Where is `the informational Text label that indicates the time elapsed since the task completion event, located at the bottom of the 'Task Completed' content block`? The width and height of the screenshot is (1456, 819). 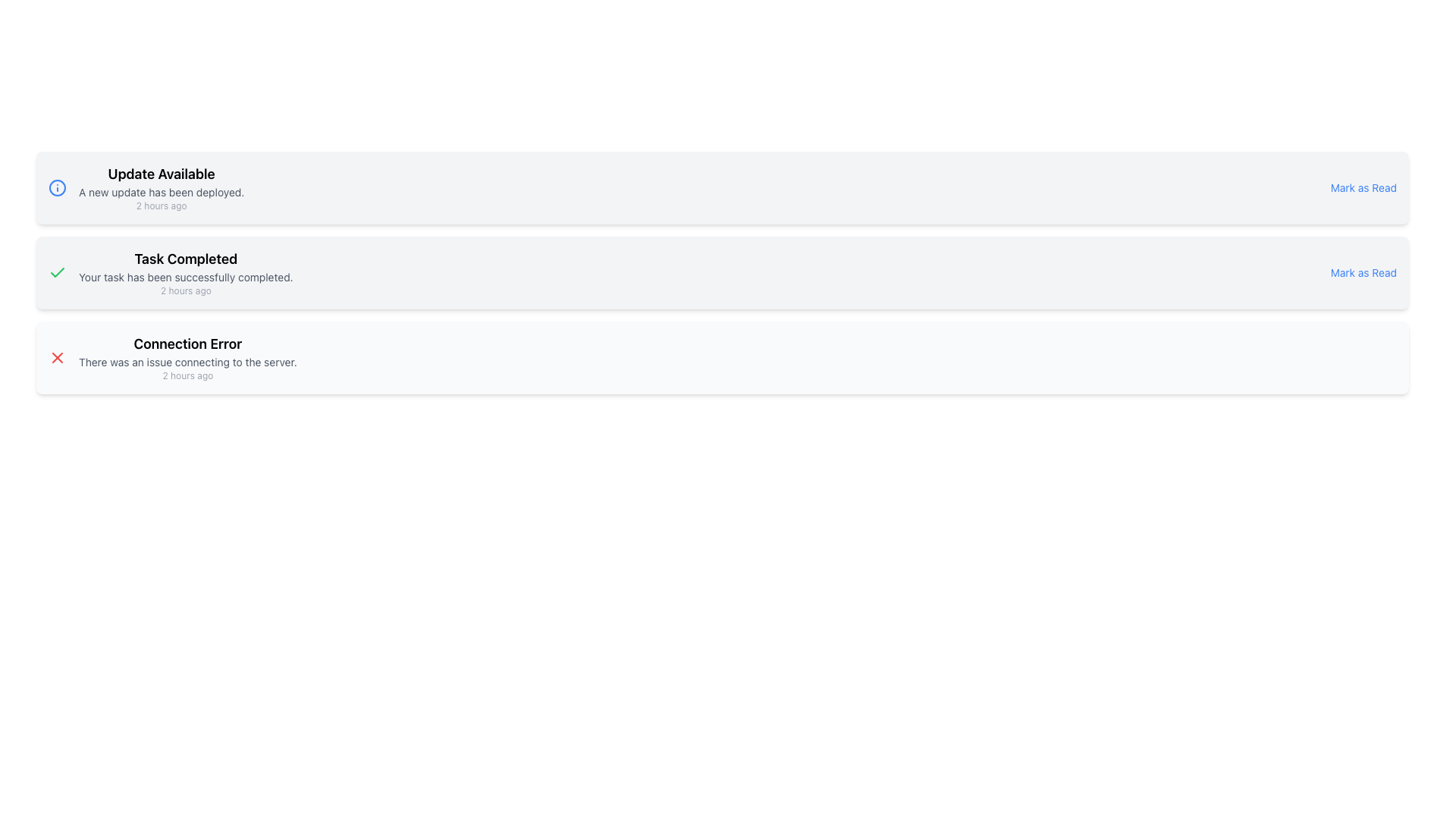 the informational Text label that indicates the time elapsed since the task completion event, located at the bottom of the 'Task Completed' content block is located at coordinates (185, 291).